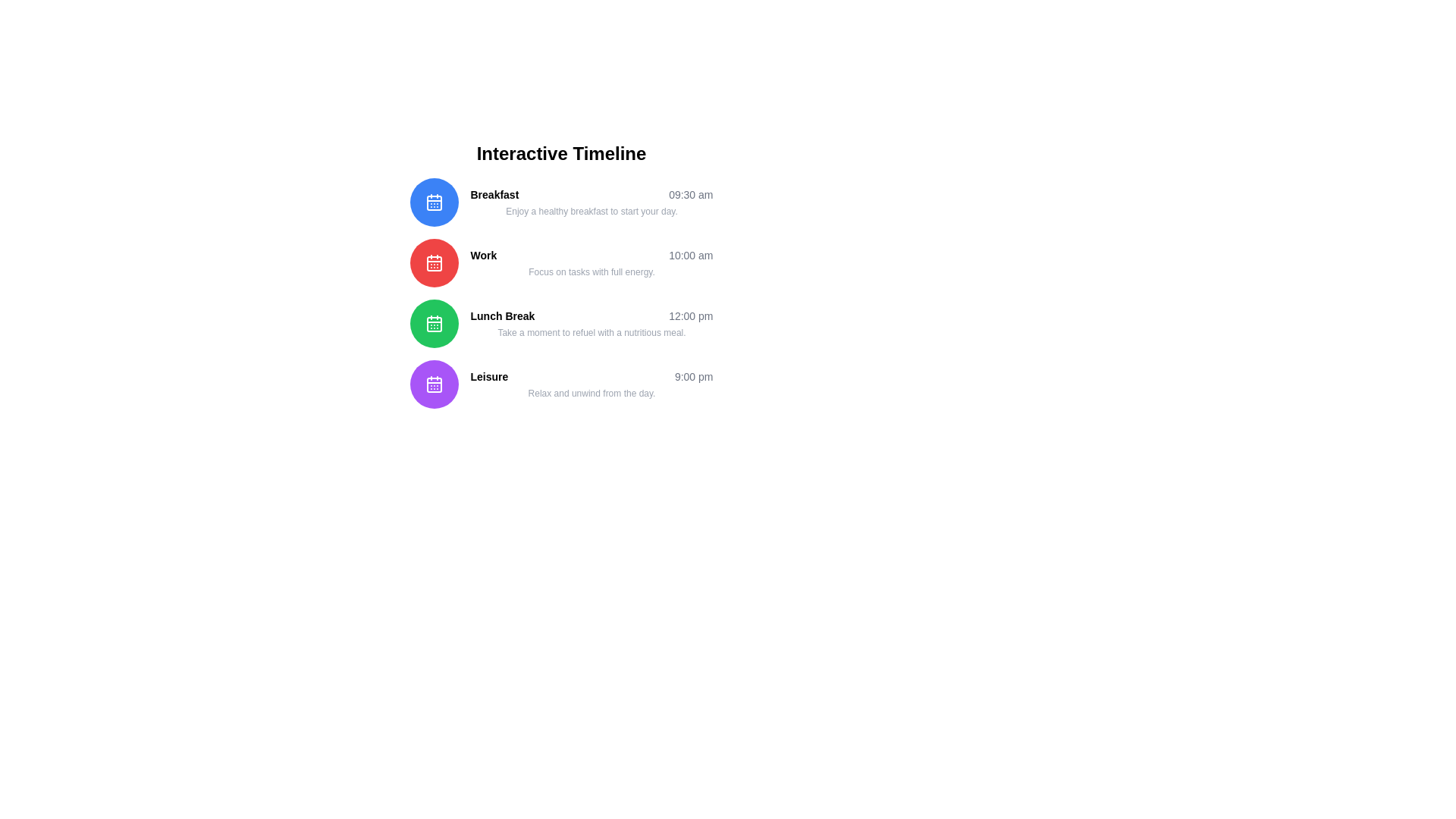 Image resolution: width=1456 pixels, height=819 pixels. Describe the element at coordinates (494, 194) in the screenshot. I see `the 'Breakfast' category label within the timeline entry, which is non-interactive and visually categorizes the entry before the time display` at that location.